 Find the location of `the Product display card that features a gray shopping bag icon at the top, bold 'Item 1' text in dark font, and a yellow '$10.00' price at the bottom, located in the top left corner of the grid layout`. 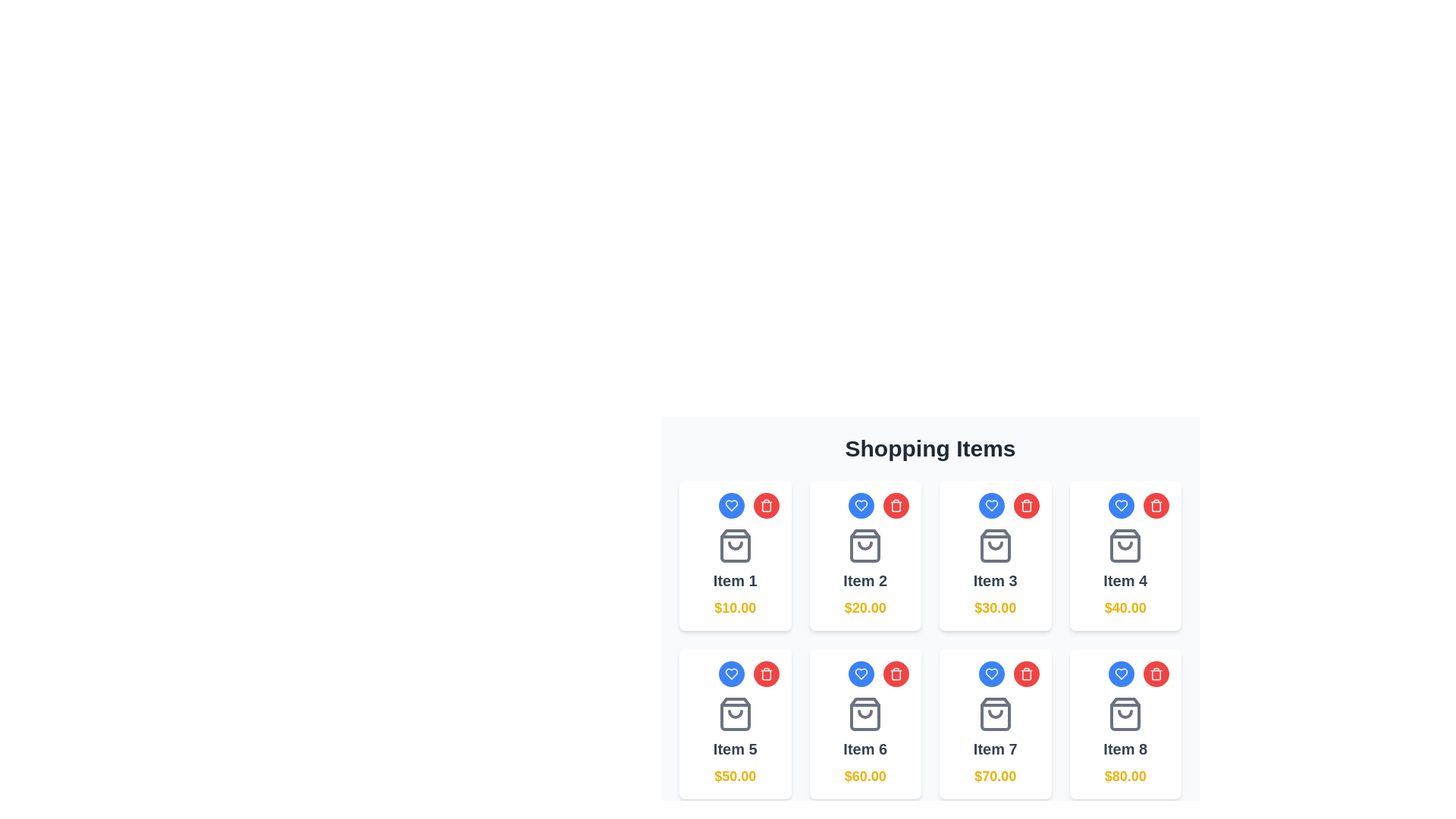

the Product display card that features a gray shopping bag icon at the top, bold 'Item 1' text in dark font, and a yellow '$10.00' price at the bottom, located in the top left corner of the grid layout is located at coordinates (735, 573).